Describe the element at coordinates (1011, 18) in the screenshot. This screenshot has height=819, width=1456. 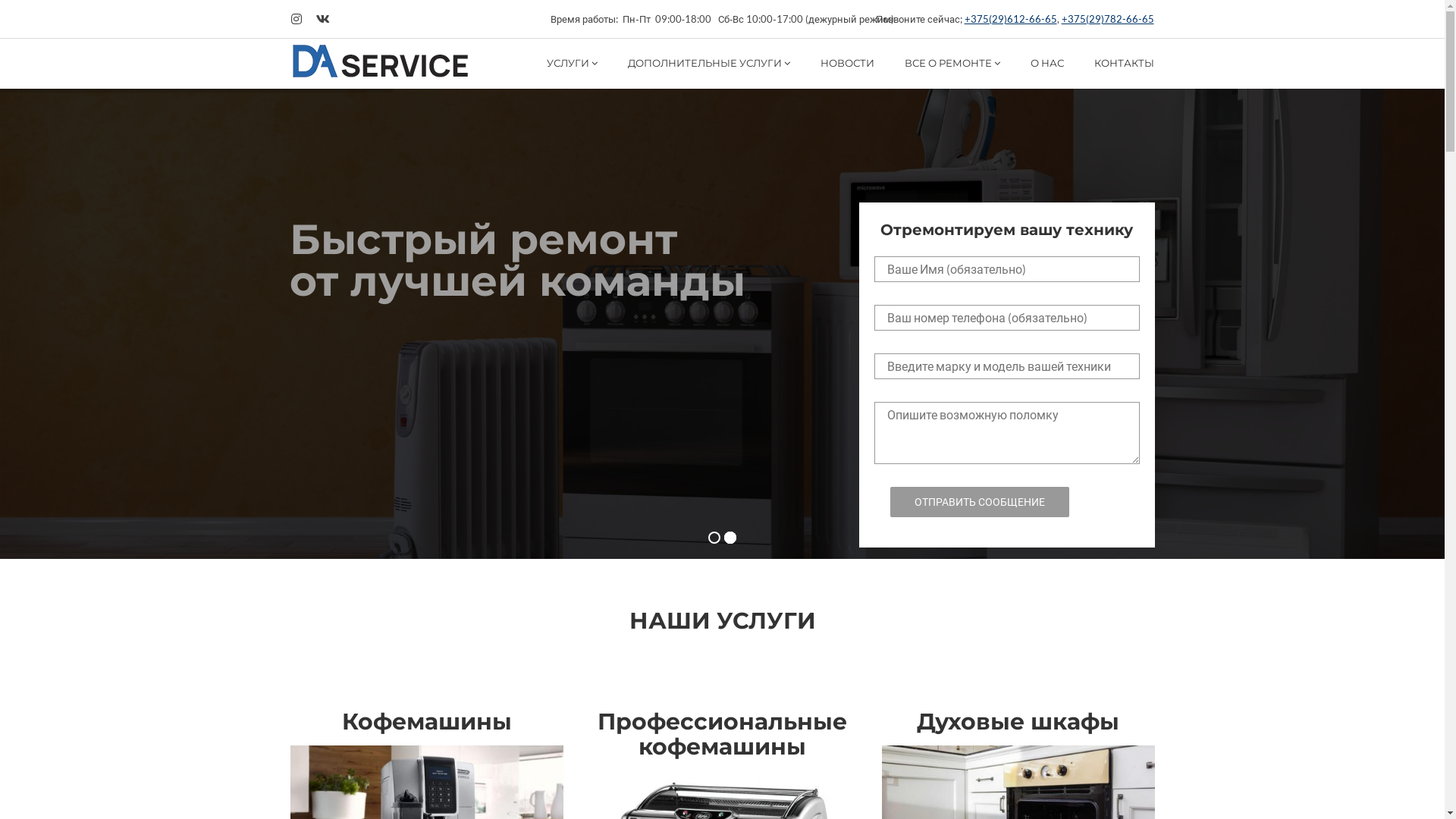
I see `'+375(29)612-66-65'` at that location.